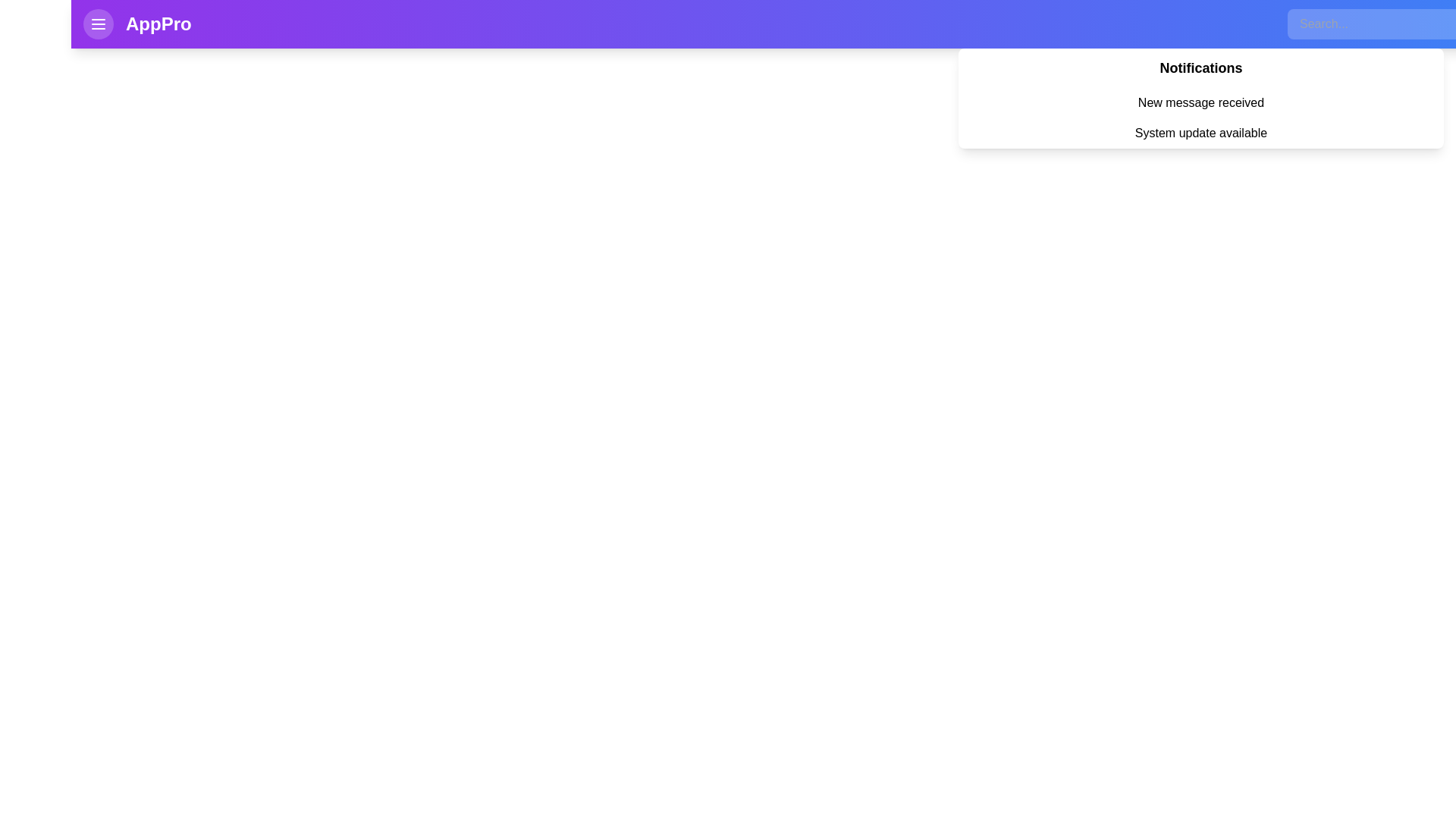 The height and width of the screenshot is (819, 1456). I want to click on individual notifications within the Notification Card located at the top-right corner of the interface, which has a white background and contains the title 'Notifications' with two messages: 'New message received' and 'System update available', so click(1200, 99).